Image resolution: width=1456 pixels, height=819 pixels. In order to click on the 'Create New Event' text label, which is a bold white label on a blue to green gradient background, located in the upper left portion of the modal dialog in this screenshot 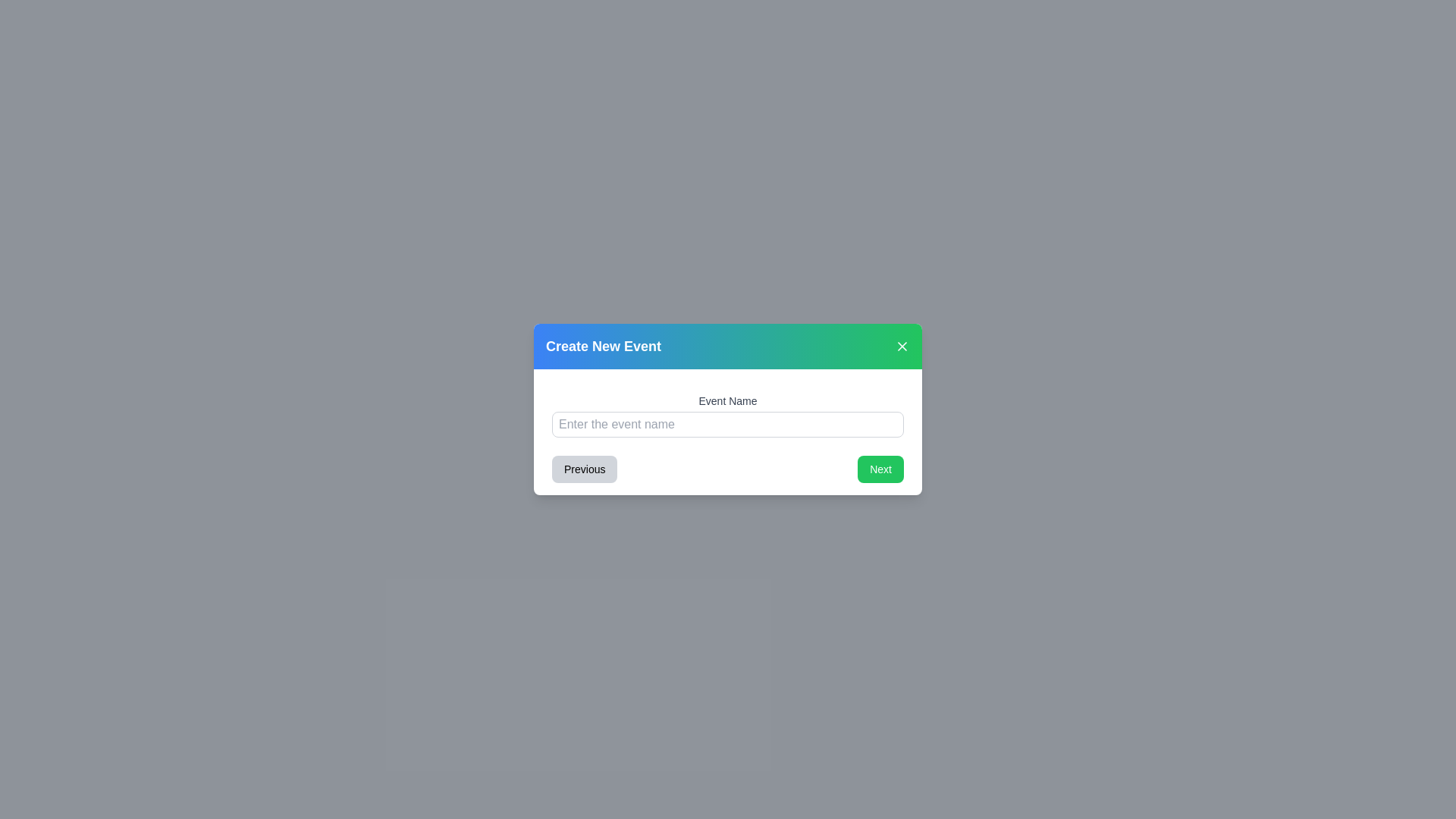, I will do `click(603, 346)`.